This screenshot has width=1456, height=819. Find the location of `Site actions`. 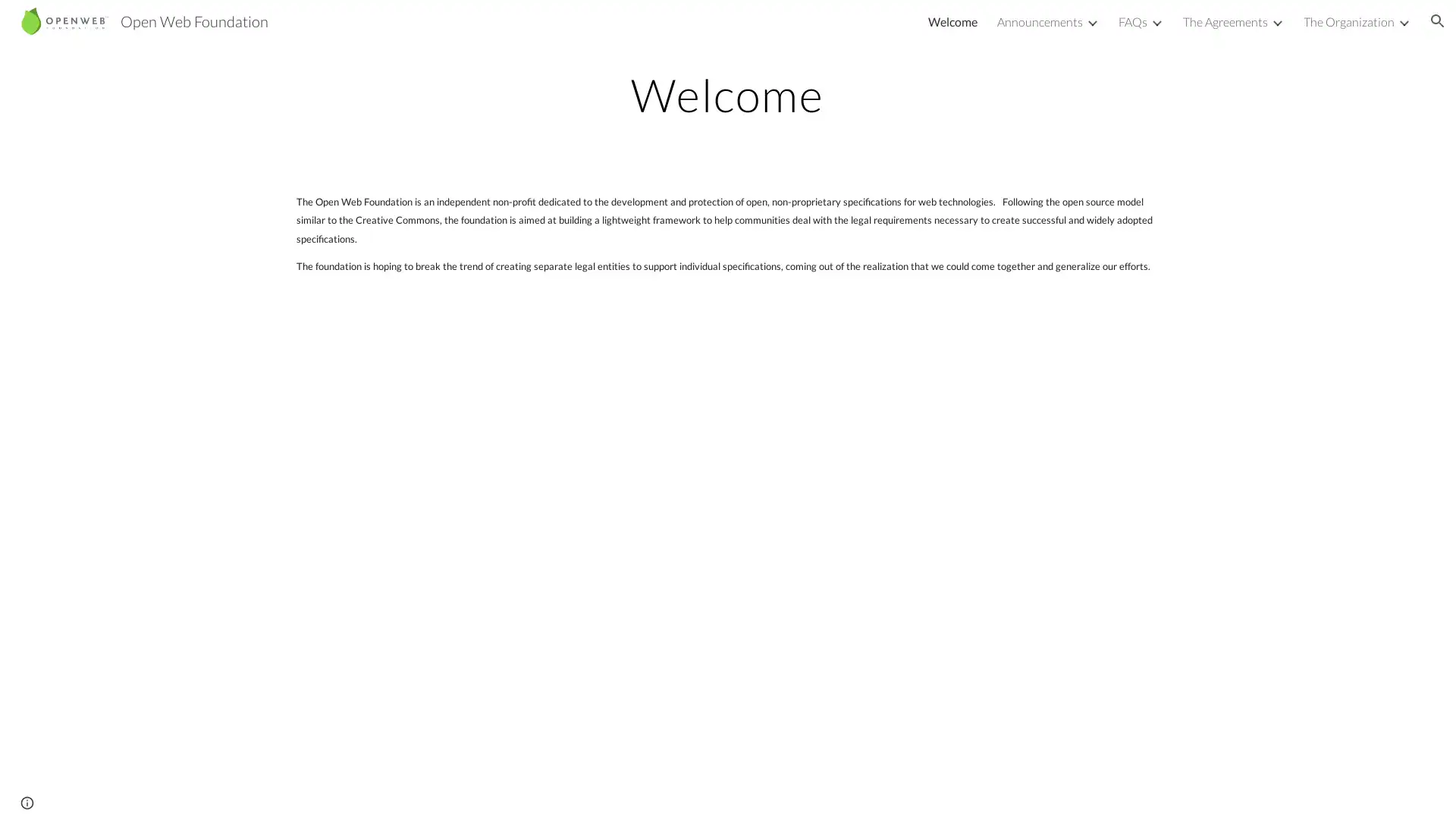

Site actions is located at coordinates (27, 792).